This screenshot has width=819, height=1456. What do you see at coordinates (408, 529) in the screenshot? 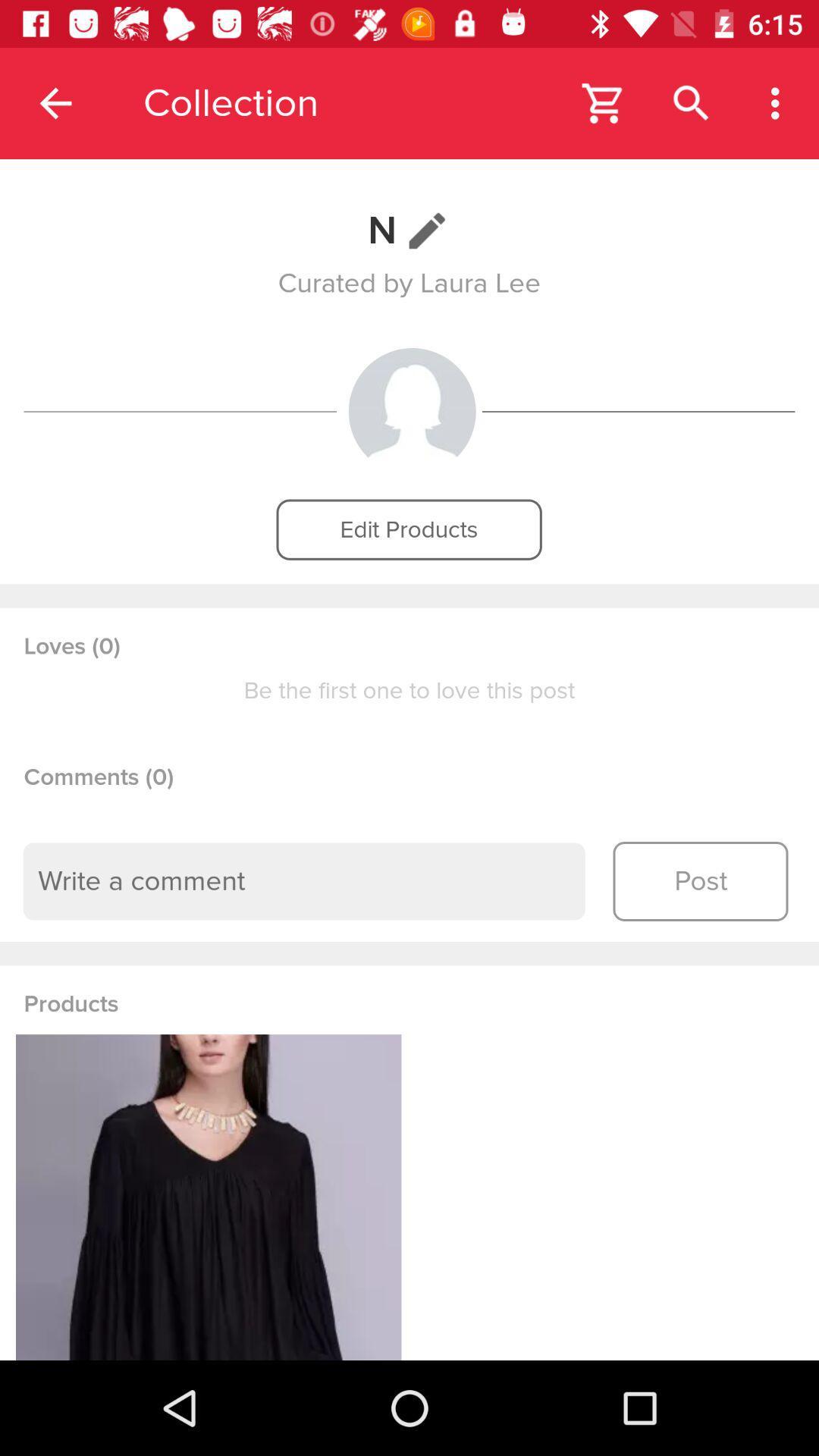
I see `the edit products icon` at bounding box center [408, 529].